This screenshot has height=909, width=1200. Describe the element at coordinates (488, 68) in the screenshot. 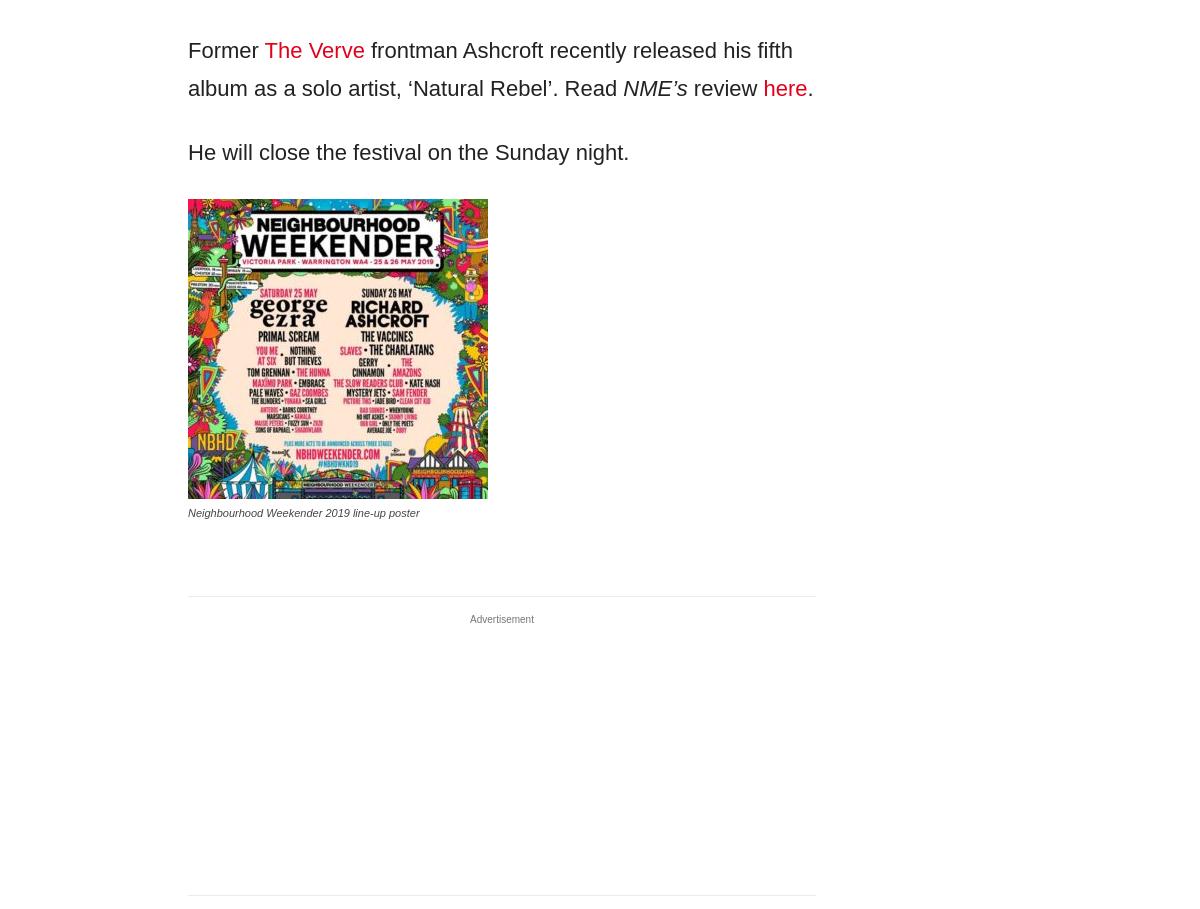

I see `'frontman Ashcroft recently released his fifth album as a solo artist, ‘Natural Rebel’. Read'` at that location.